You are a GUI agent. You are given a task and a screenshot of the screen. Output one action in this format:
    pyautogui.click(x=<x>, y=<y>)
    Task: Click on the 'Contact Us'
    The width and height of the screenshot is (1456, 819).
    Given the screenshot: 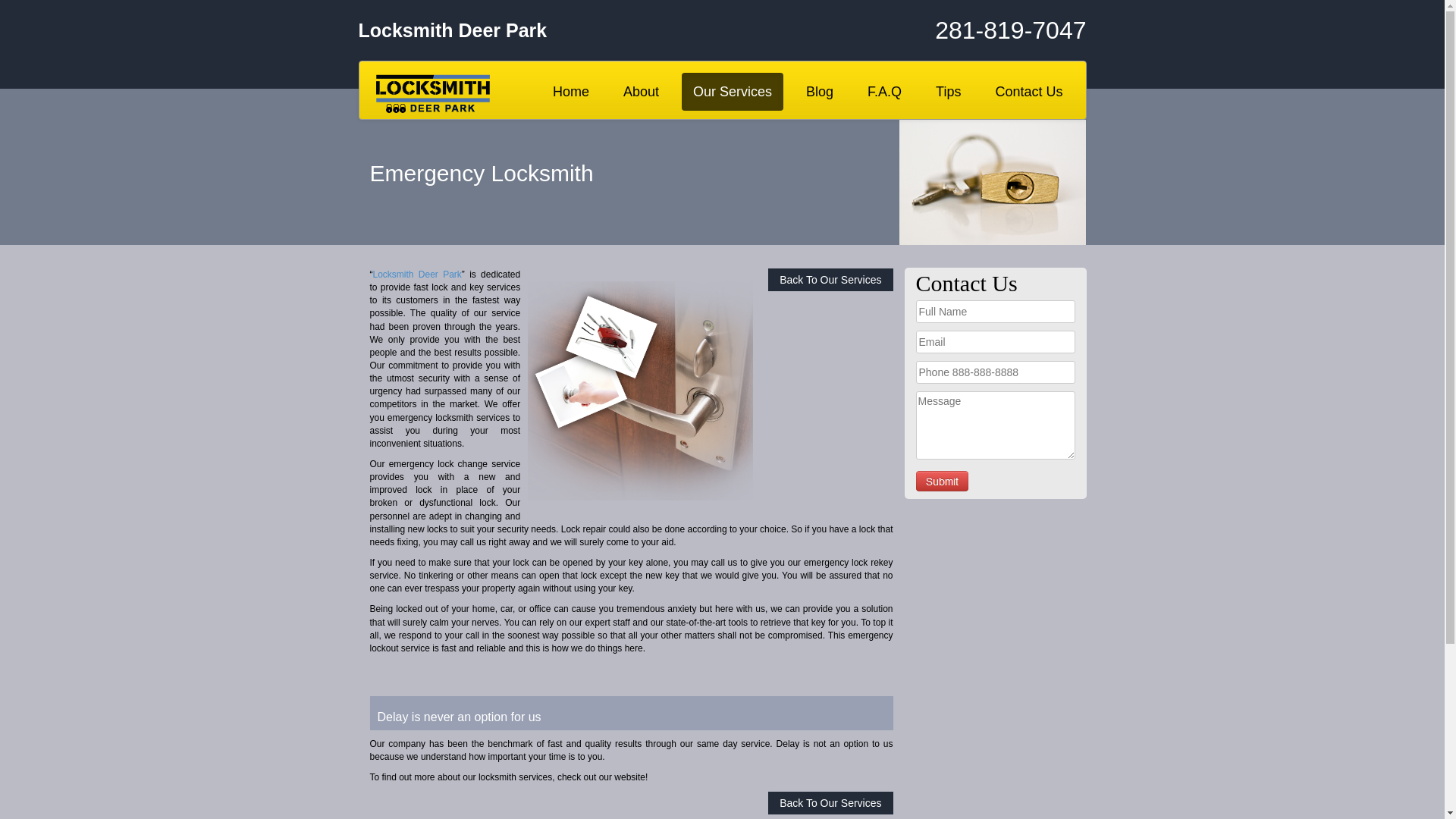 What is the action you would take?
    pyautogui.click(x=983, y=91)
    